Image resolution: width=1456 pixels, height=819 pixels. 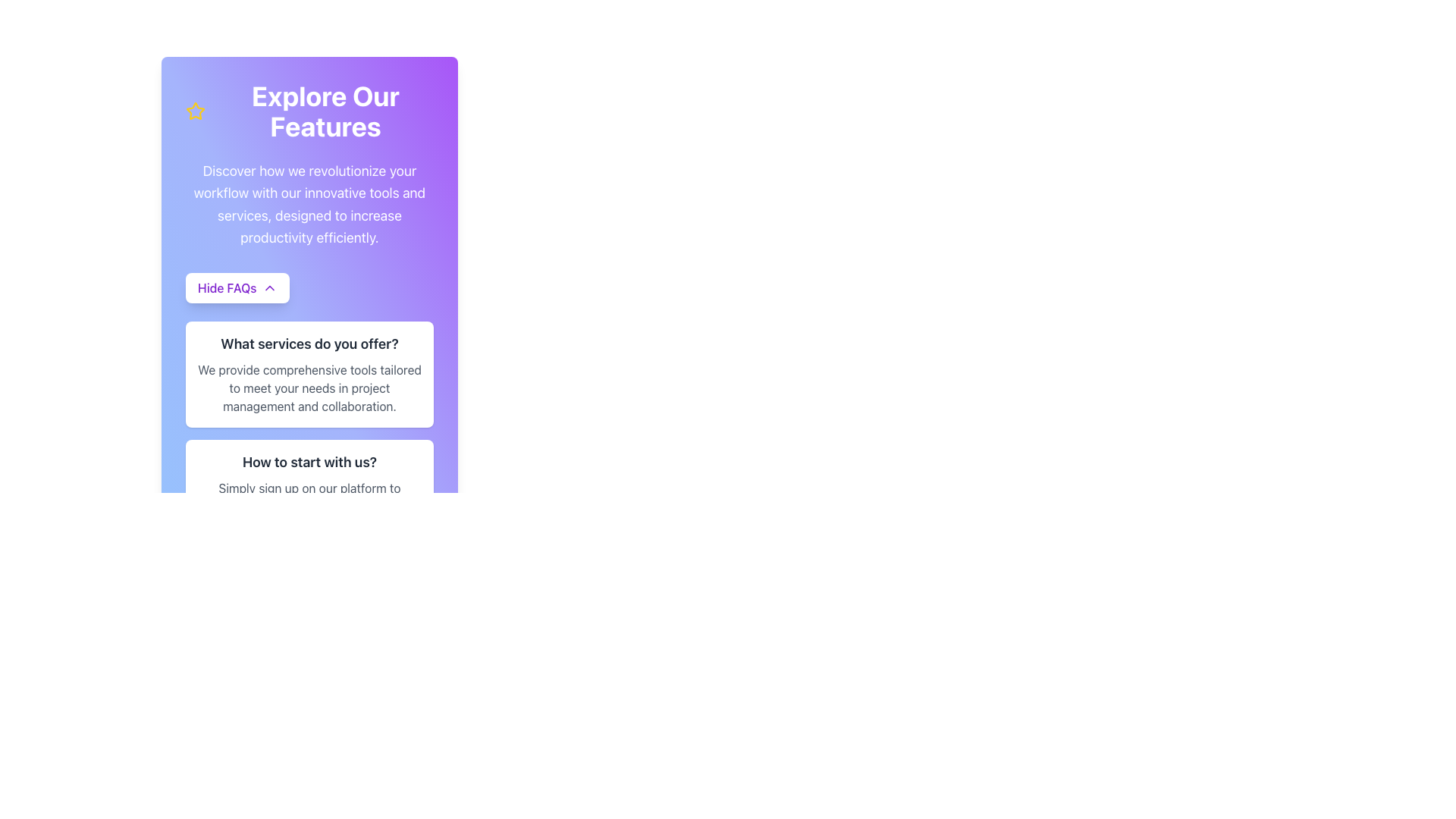 I want to click on information displayed in the Text Content Block, which is the first question in the FAQ section located below the 'Hide FAQs' button, so click(x=309, y=409).